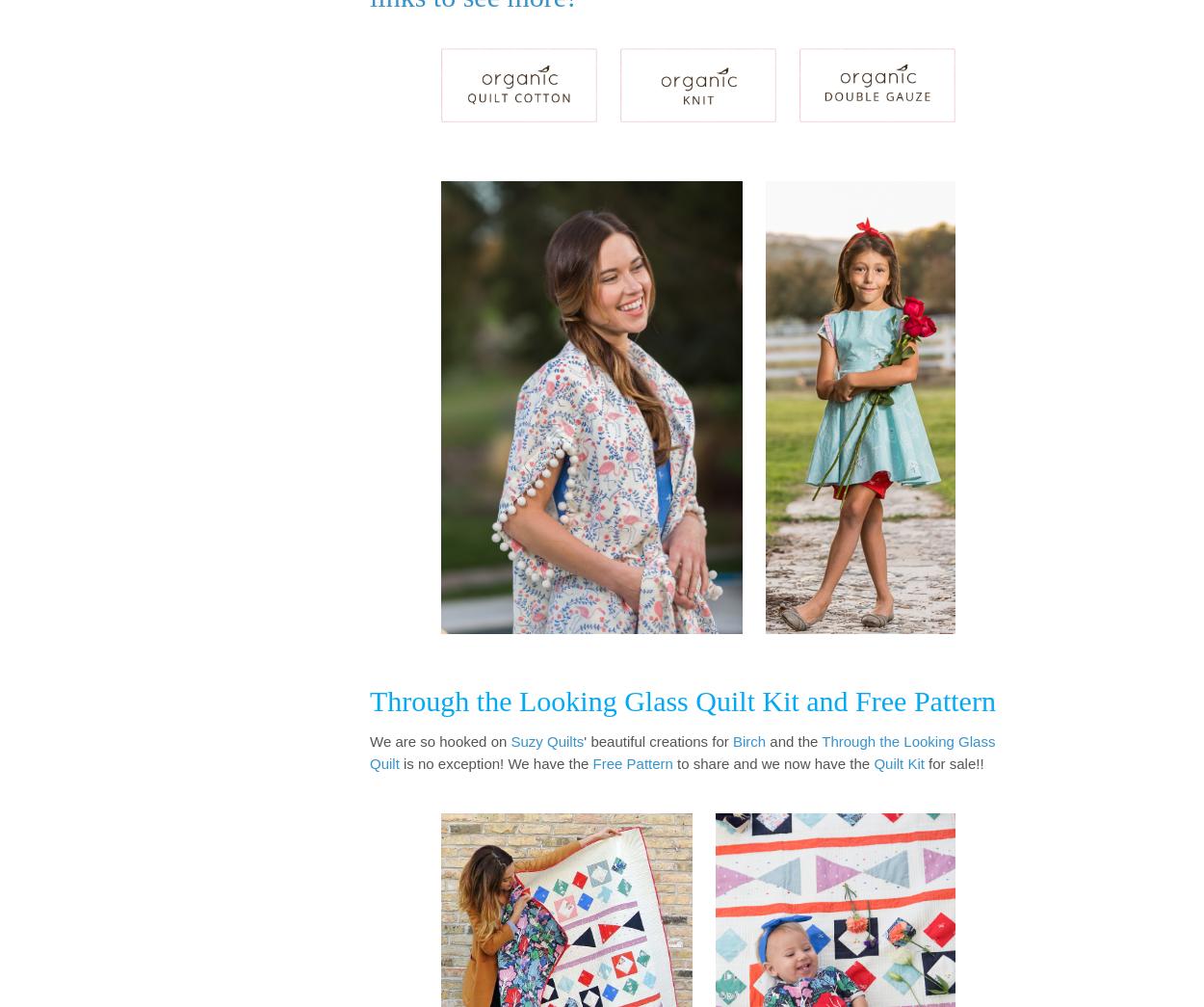 The image size is (1204, 1007). I want to click on 'We are so hooked on', so click(439, 741).